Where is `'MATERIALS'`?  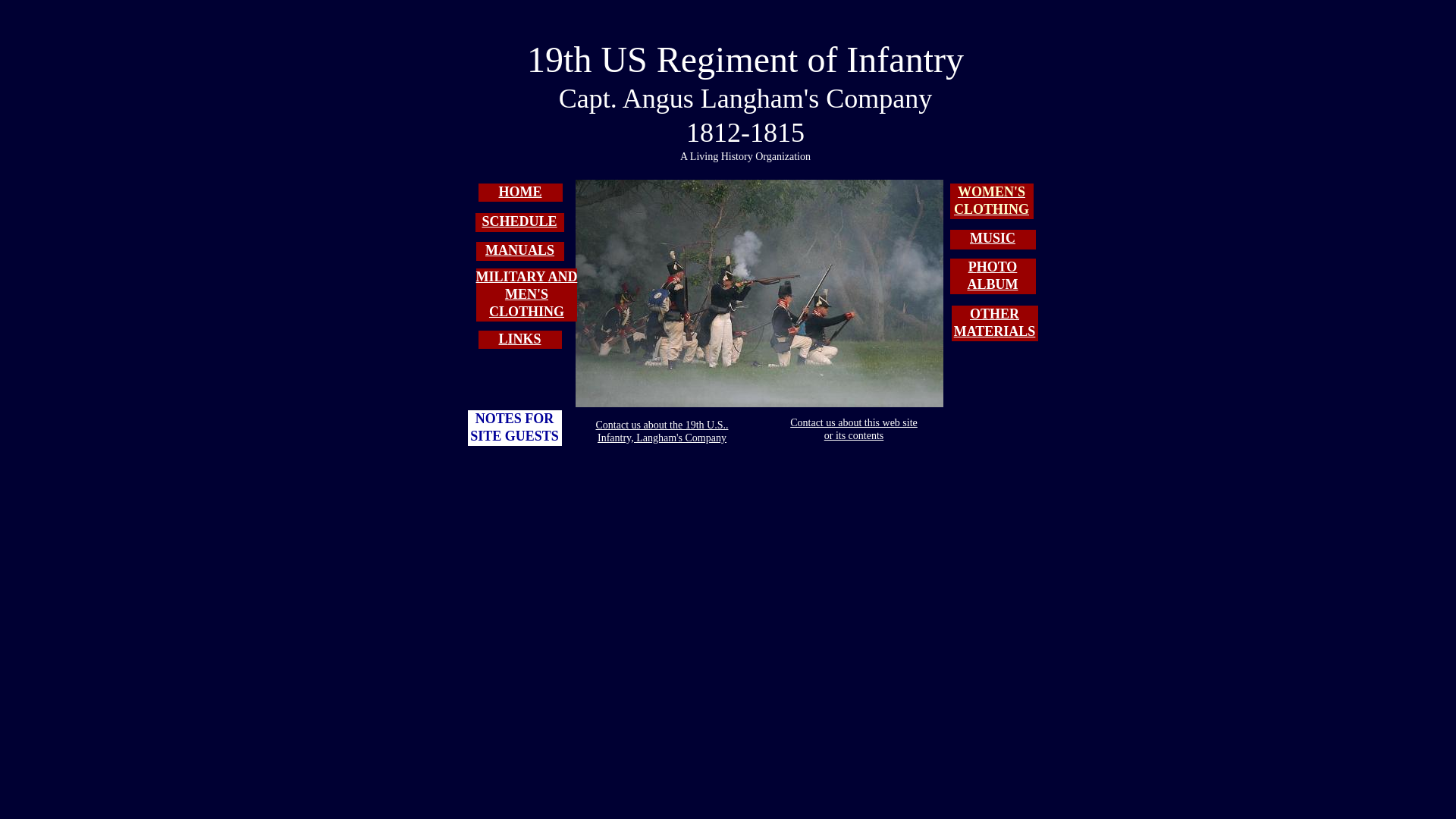 'MATERIALS' is located at coordinates (994, 331).